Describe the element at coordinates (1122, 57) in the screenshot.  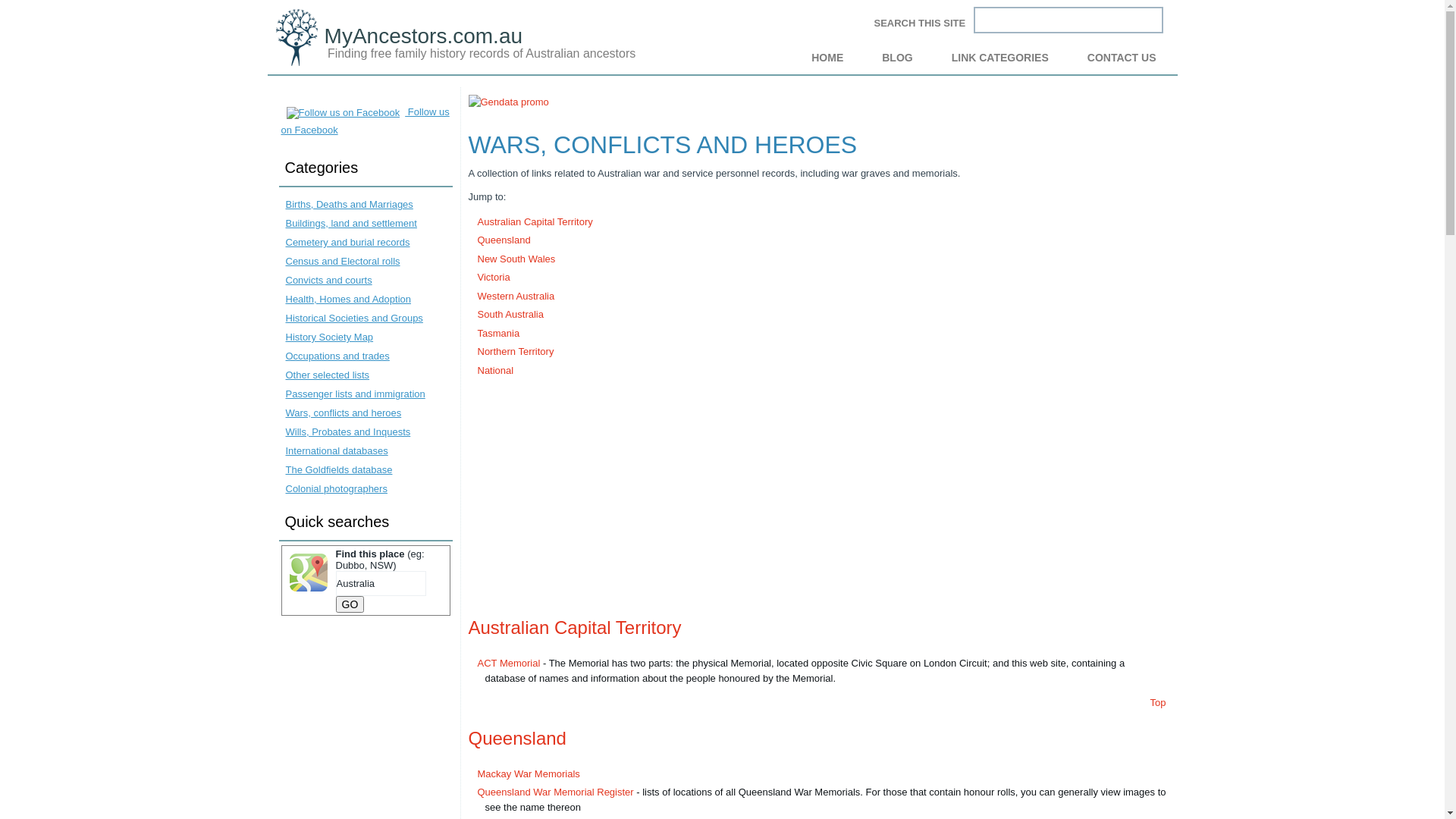
I see `'CONTACT US'` at that location.